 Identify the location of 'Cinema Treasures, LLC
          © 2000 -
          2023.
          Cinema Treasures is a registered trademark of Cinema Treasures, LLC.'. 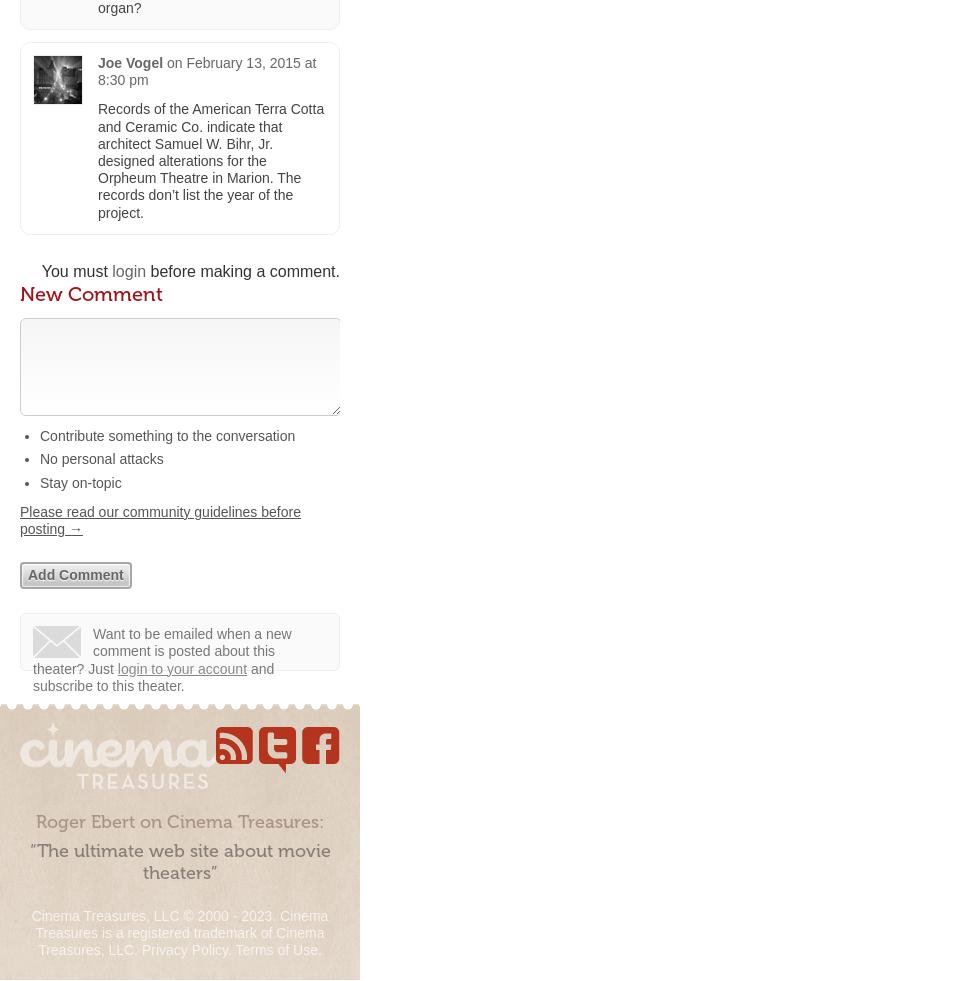
(179, 932).